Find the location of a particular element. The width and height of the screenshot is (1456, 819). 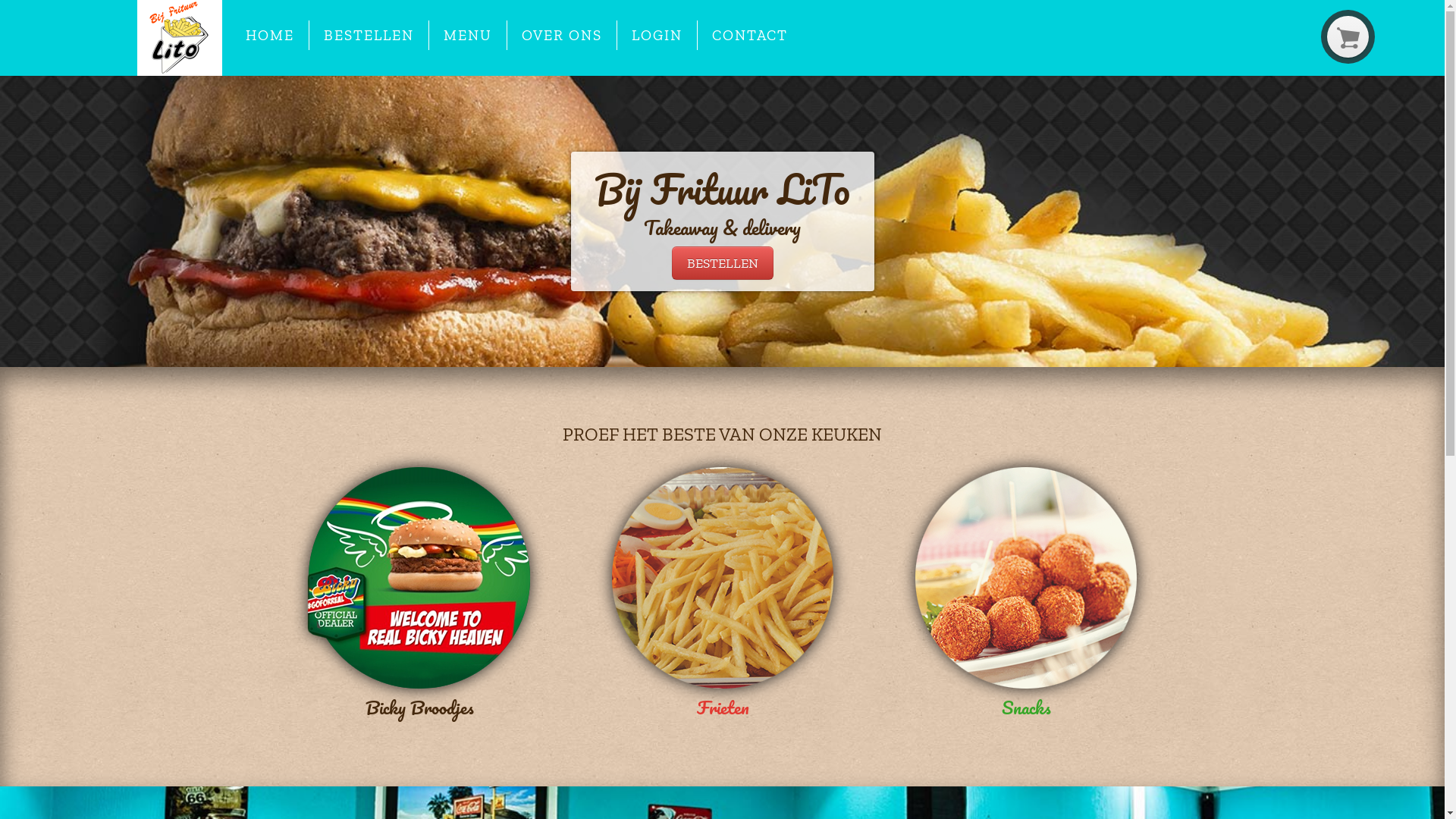

'Snacks' is located at coordinates (1025, 595).